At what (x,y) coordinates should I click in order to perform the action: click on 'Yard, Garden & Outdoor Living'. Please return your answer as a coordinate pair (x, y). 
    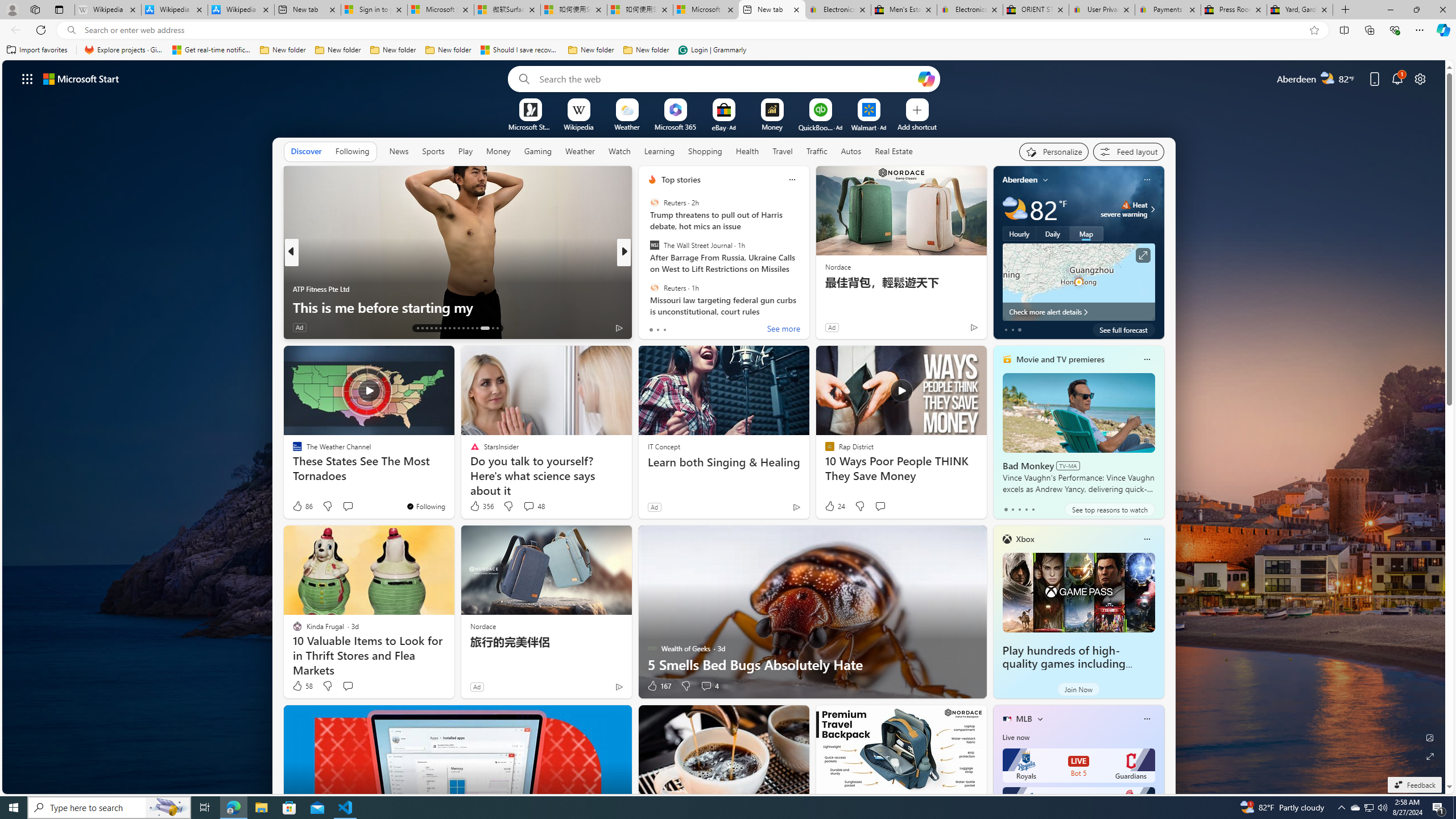
    Looking at the image, I should click on (1300, 9).